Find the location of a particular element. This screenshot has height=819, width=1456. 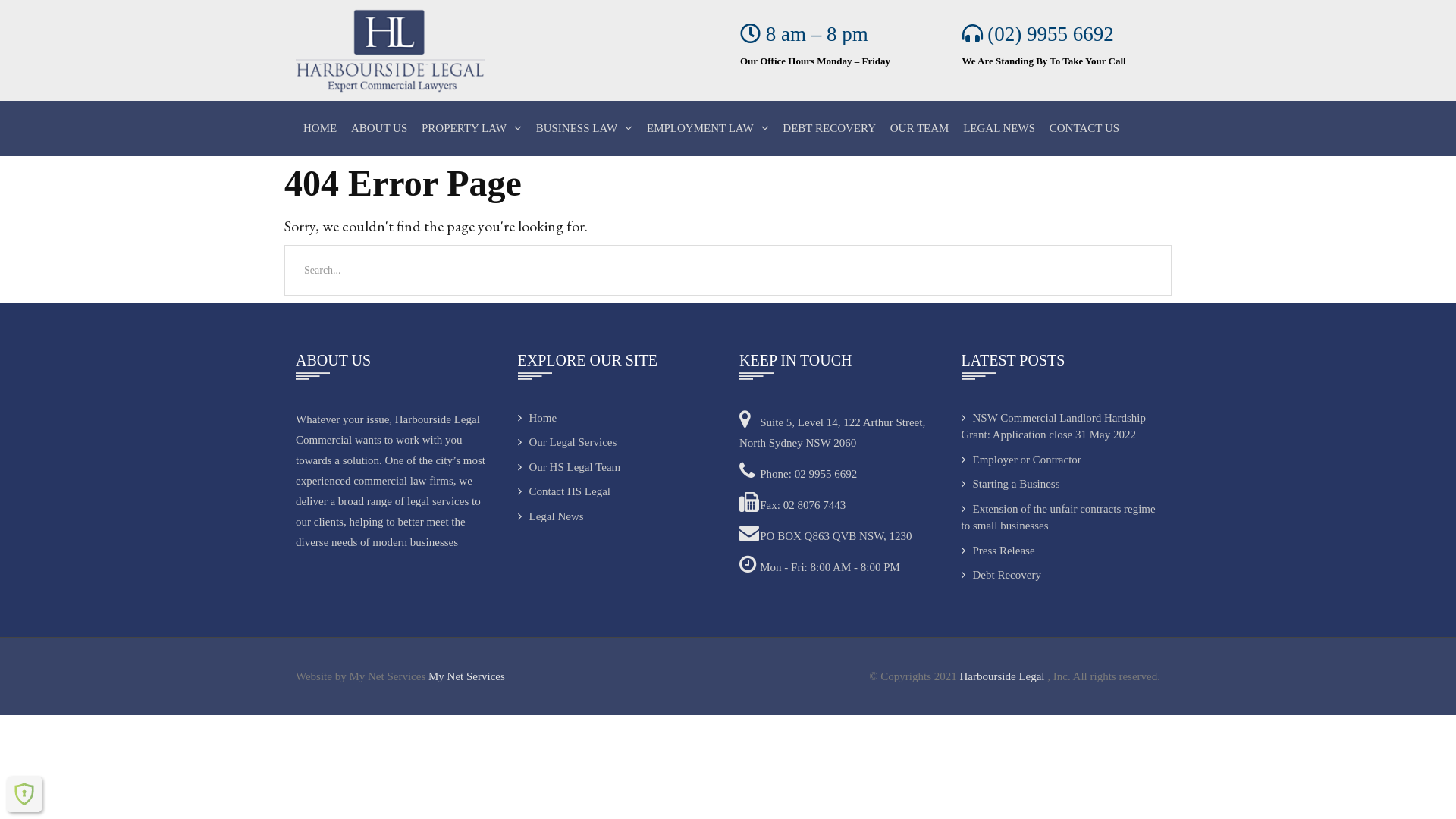

'OUR TEAM' is located at coordinates (919, 127).